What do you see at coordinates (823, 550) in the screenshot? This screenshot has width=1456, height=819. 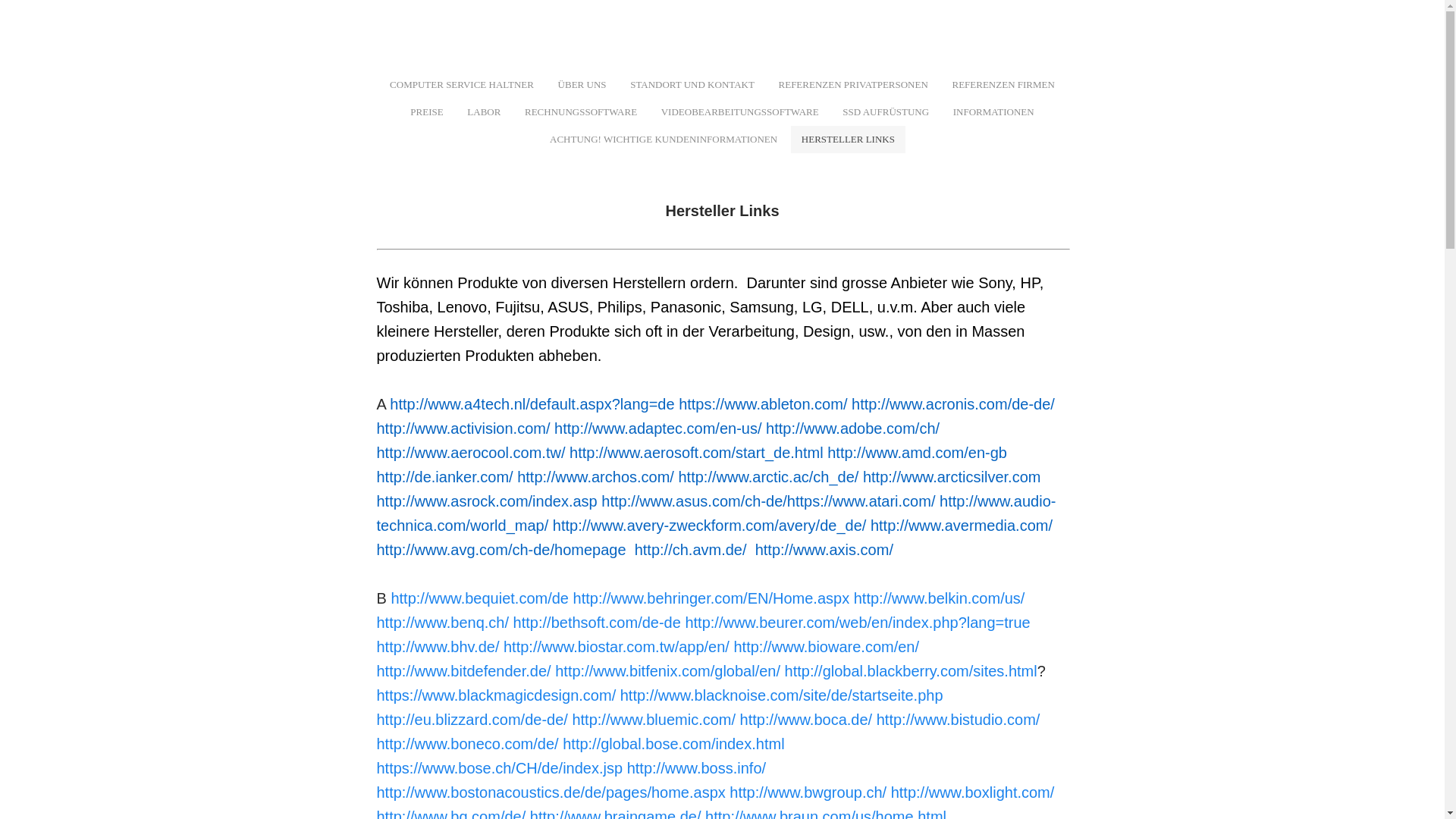 I see `'http://www.axis.com/'` at bounding box center [823, 550].